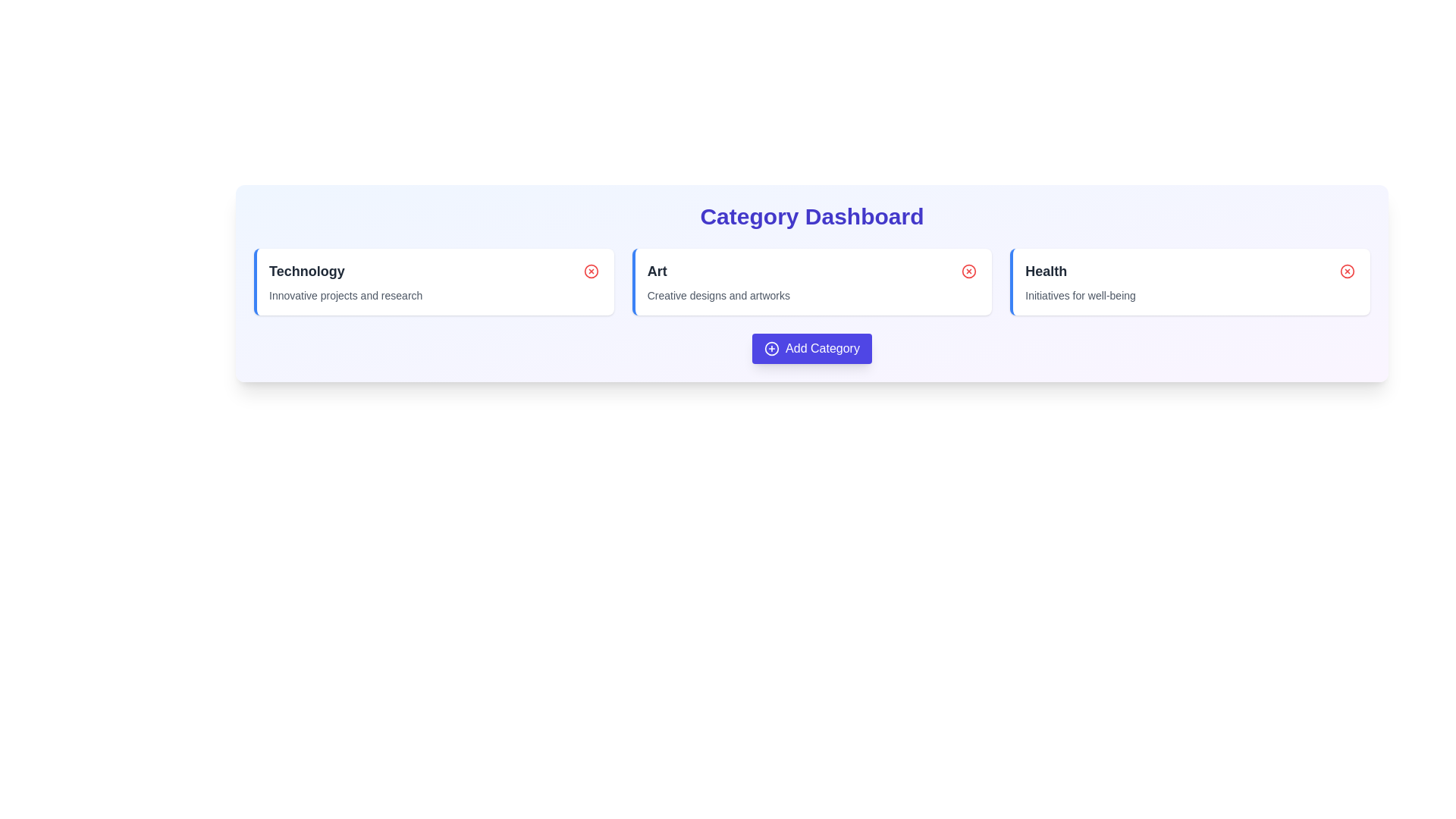 This screenshot has height=819, width=1456. Describe the element at coordinates (771, 348) in the screenshot. I see `the plus icon enclosed within a circle, which is part of the 'Add Category' button located centrally at the bottom of the interface` at that location.